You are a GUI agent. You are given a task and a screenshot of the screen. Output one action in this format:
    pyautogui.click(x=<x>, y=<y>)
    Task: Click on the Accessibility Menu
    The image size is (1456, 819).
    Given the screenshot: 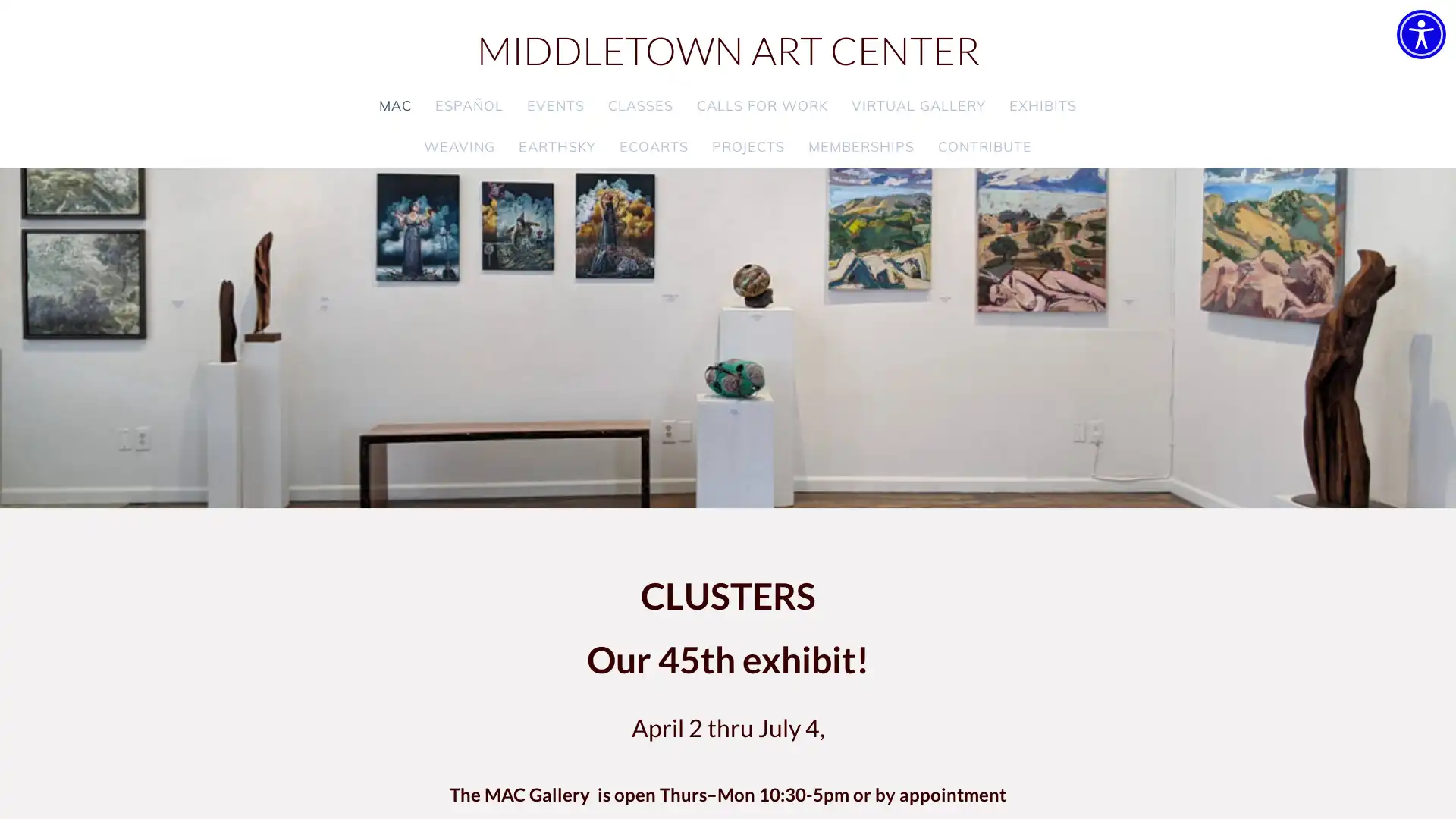 What is the action you would take?
    pyautogui.click(x=1420, y=34)
    